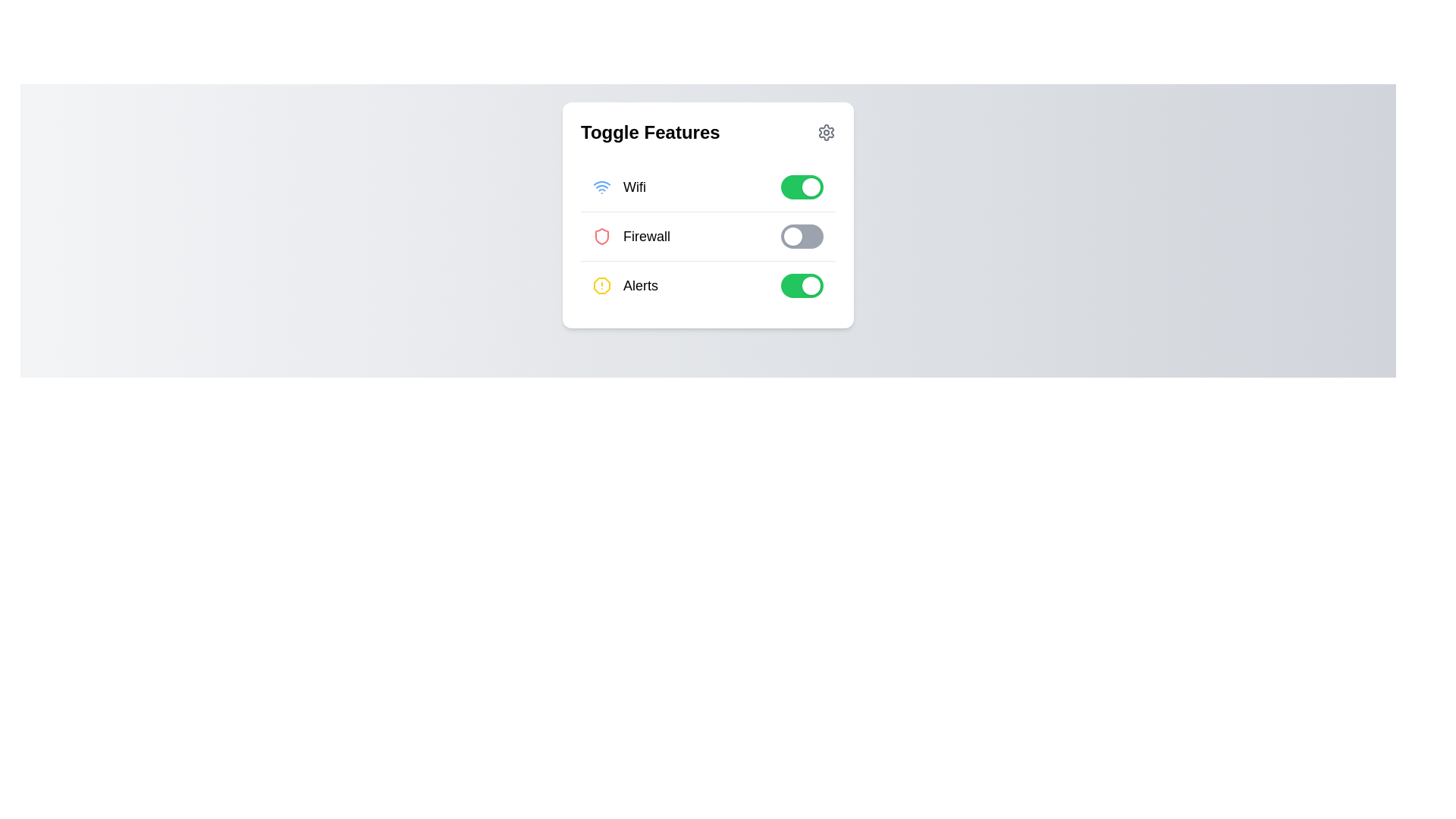 The width and height of the screenshot is (1456, 819). What do you see at coordinates (634, 186) in the screenshot?
I see `the Text label indicating Wi-Fi functionality located on the first row of the feature toggle list within the 'Toggle Features' card, positioned to the right of the blue Wi-Fi icon and above the 'Firewall' feature entry` at bounding box center [634, 186].